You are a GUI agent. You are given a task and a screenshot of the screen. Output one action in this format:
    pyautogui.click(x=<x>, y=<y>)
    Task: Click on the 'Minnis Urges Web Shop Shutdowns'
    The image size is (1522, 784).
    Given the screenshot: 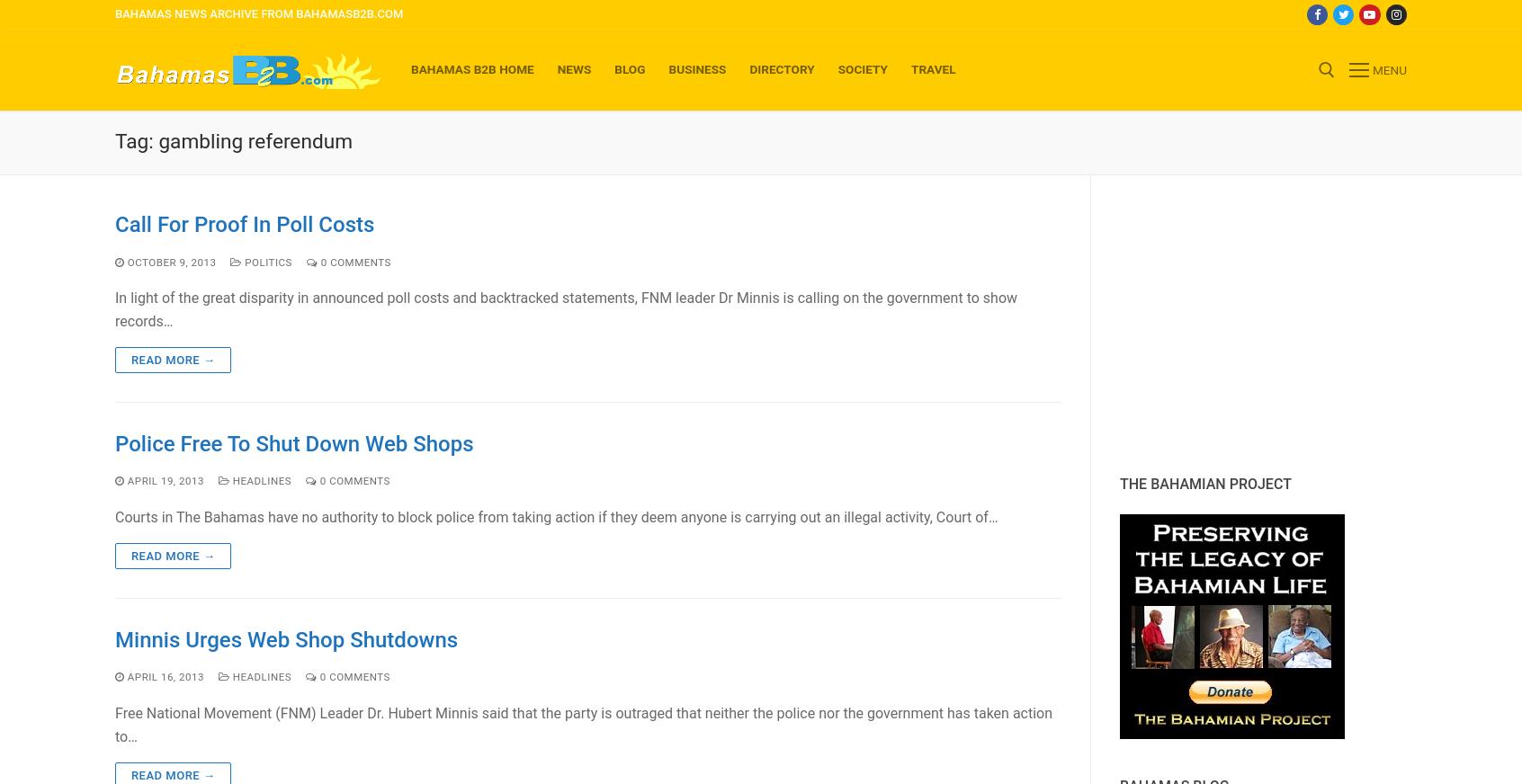 What is the action you would take?
    pyautogui.click(x=285, y=638)
    